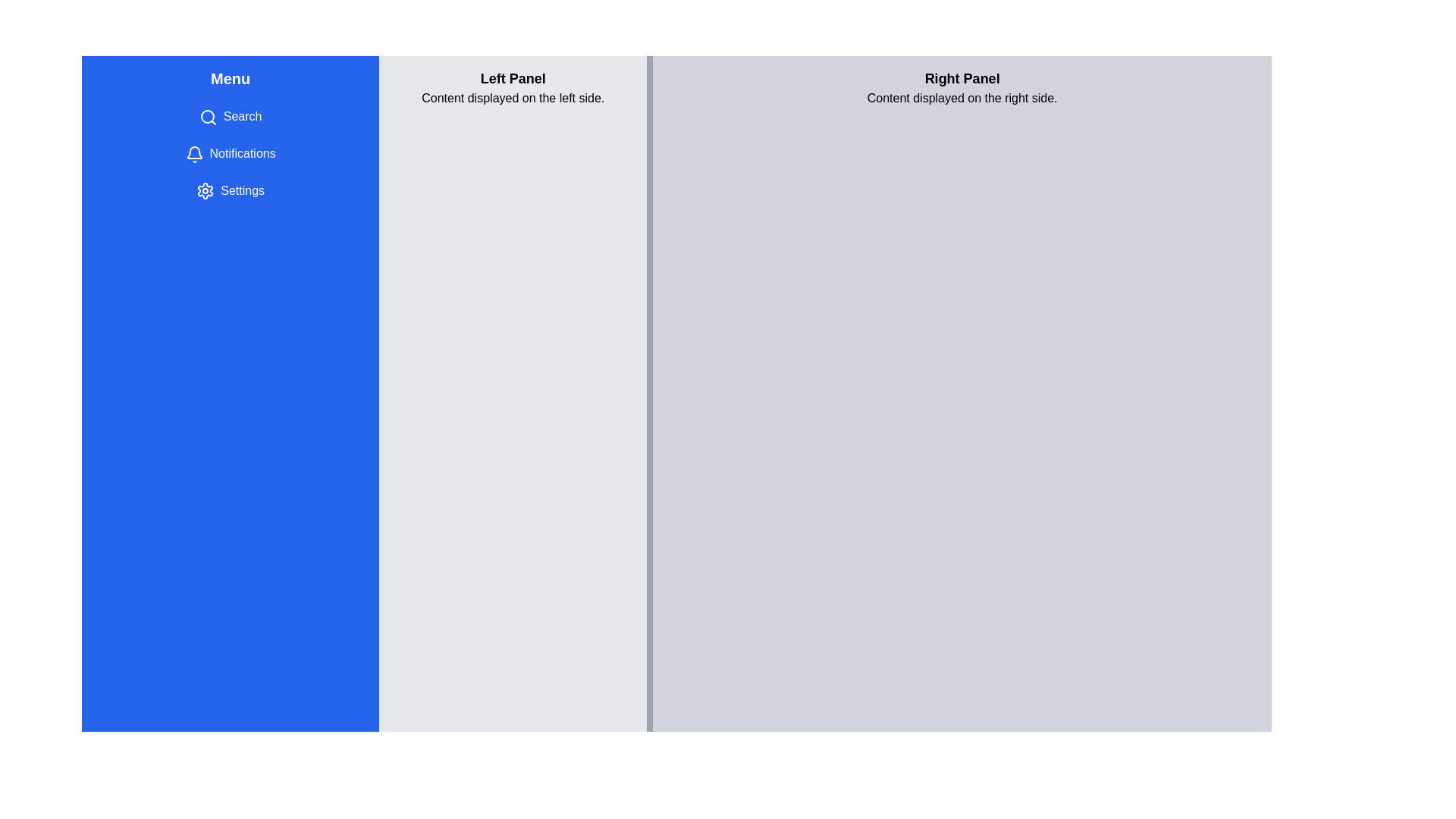 The image size is (1456, 819). What do you see at coordinates (205, 190) in the screenshot?
I see `the circular gear or settings icon located in the blue sidebar menu, which is positioned directly to the left of the text 'Settings'` at bounding box center [205, 190].